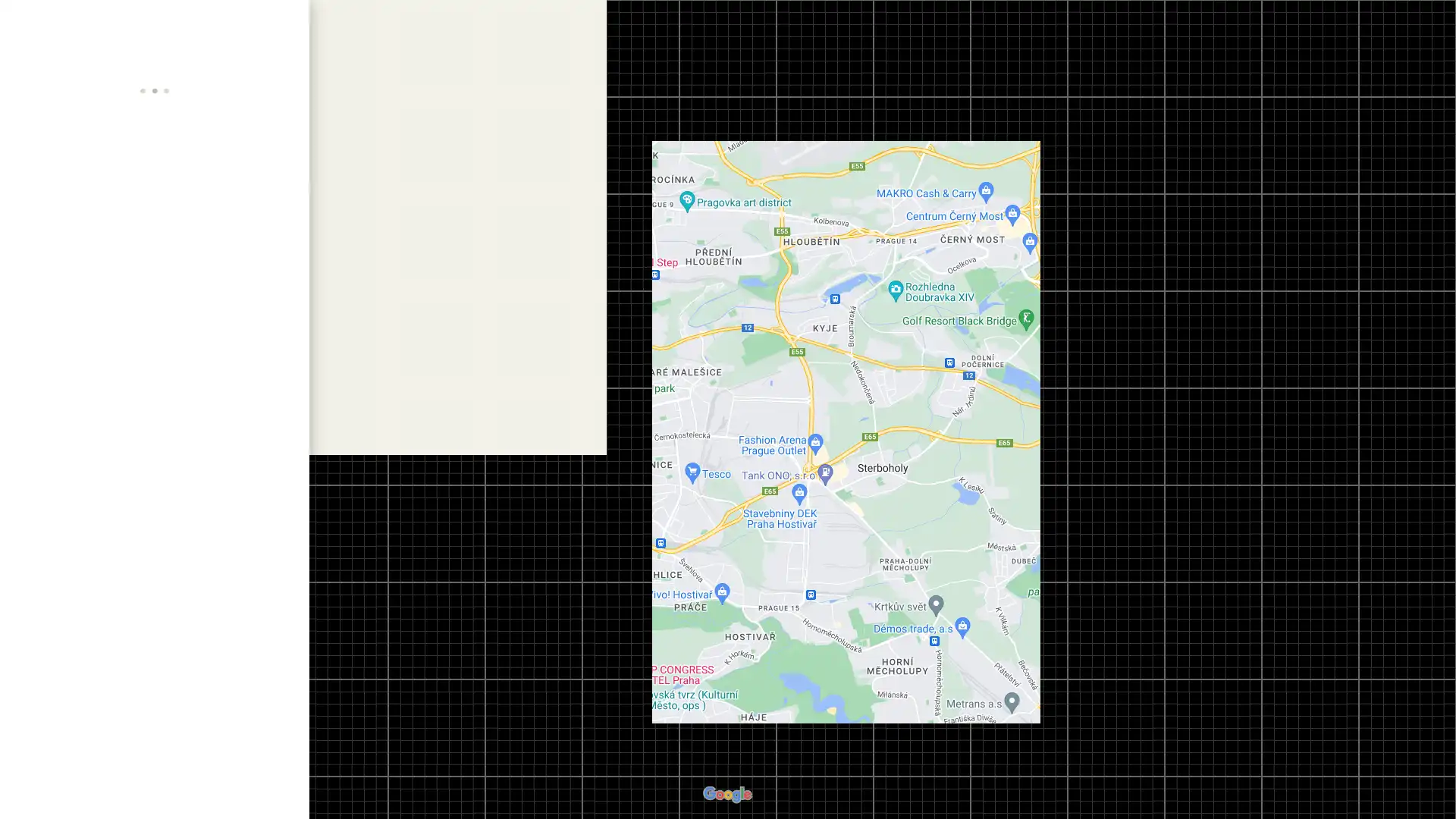 This screenshot has height=819, width=1456. Describe the element at coordinates (284, 470) in the screenshot. I see `Learn more about plus codes` at that location.